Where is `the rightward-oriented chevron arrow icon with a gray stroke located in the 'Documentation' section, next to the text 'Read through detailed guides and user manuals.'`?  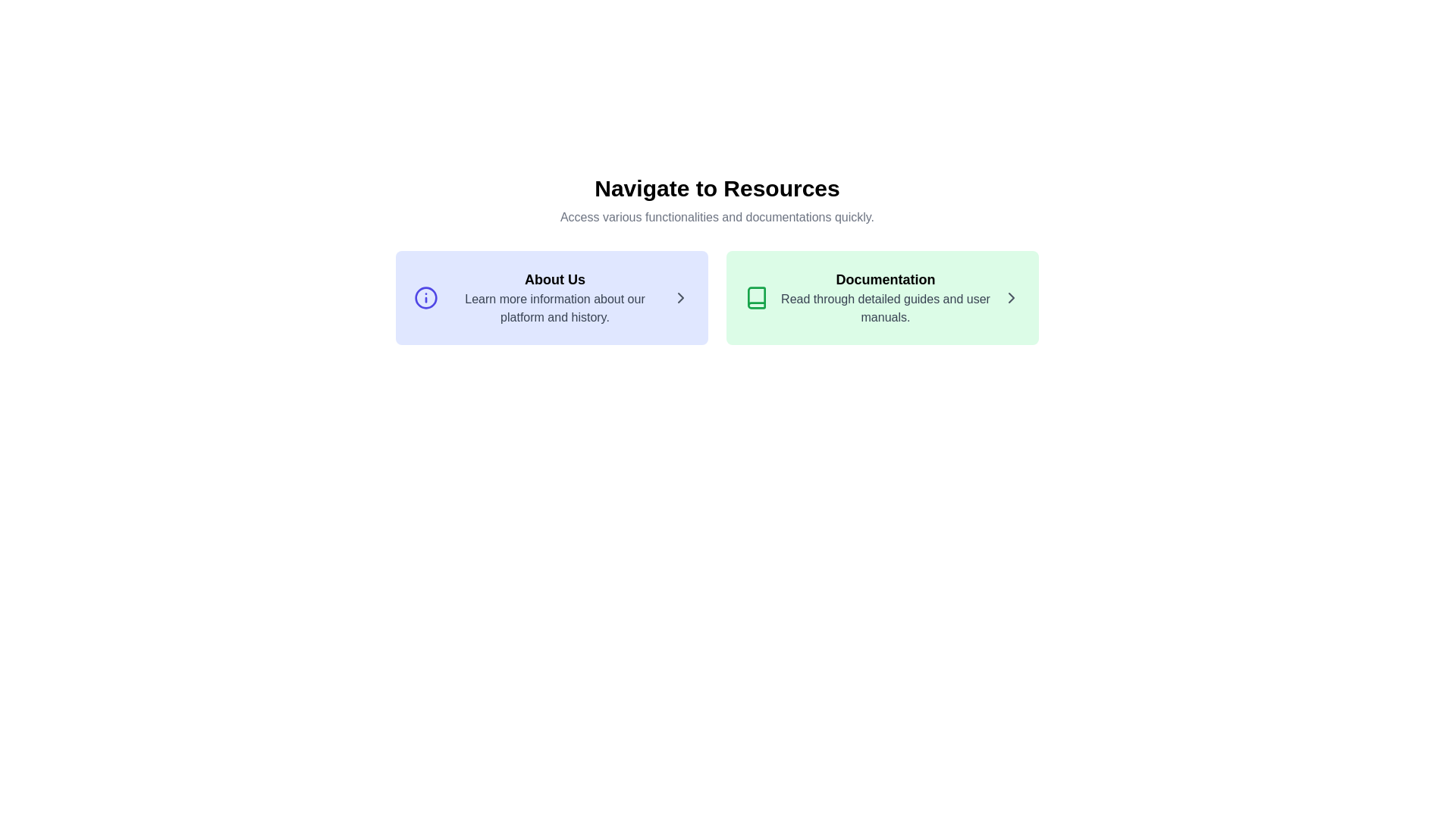 the rightward-oriented chevron arrow icon with a gray stroke located in the 'Documentation' section, next to the text 'Read through detailed guides and user manuals.' is located at coordinates (1012, 298).